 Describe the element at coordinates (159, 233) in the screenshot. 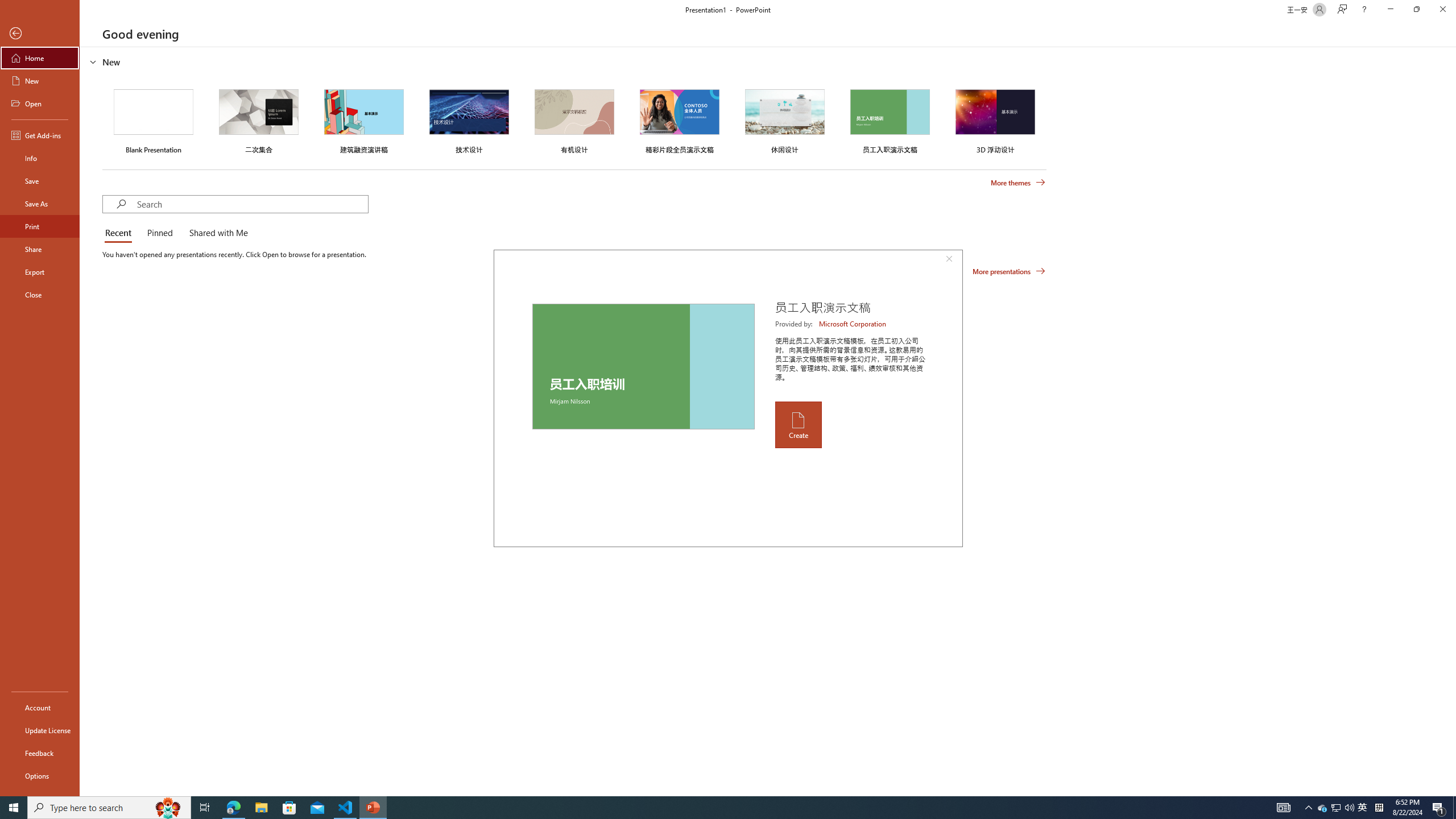

I see `'Pinned'` at that location.